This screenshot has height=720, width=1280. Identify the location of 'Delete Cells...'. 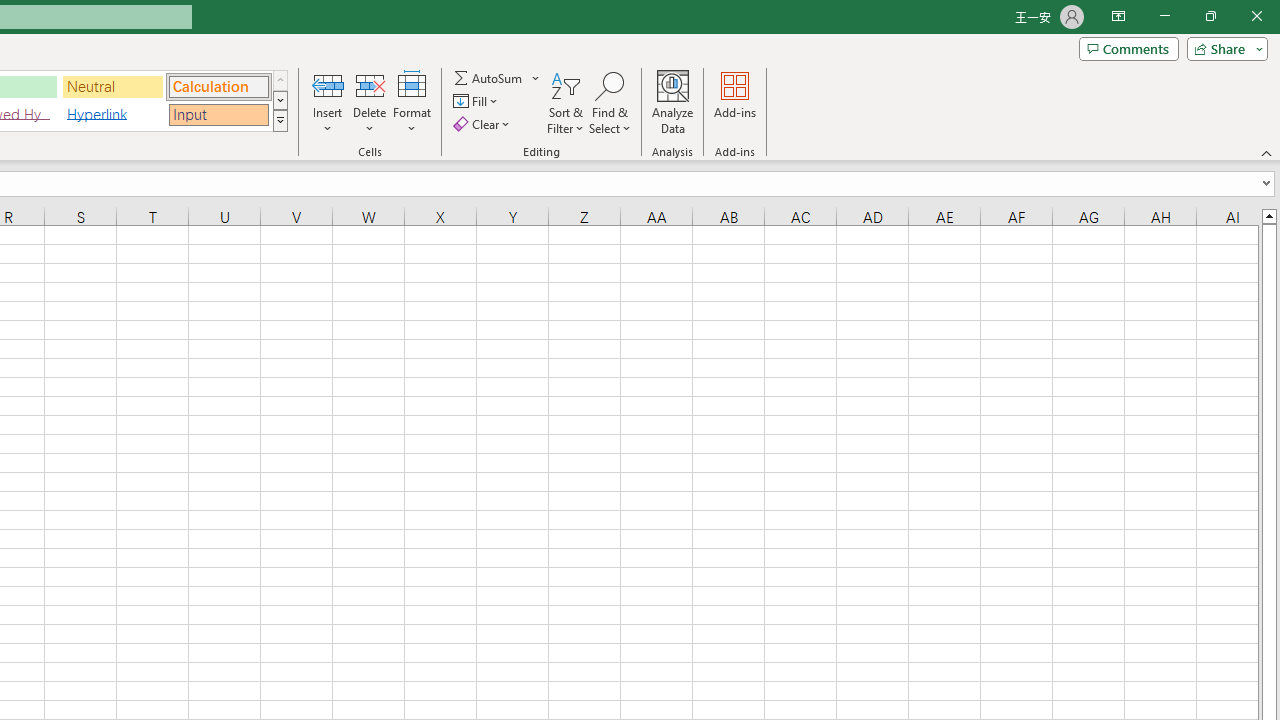
(369, 84).